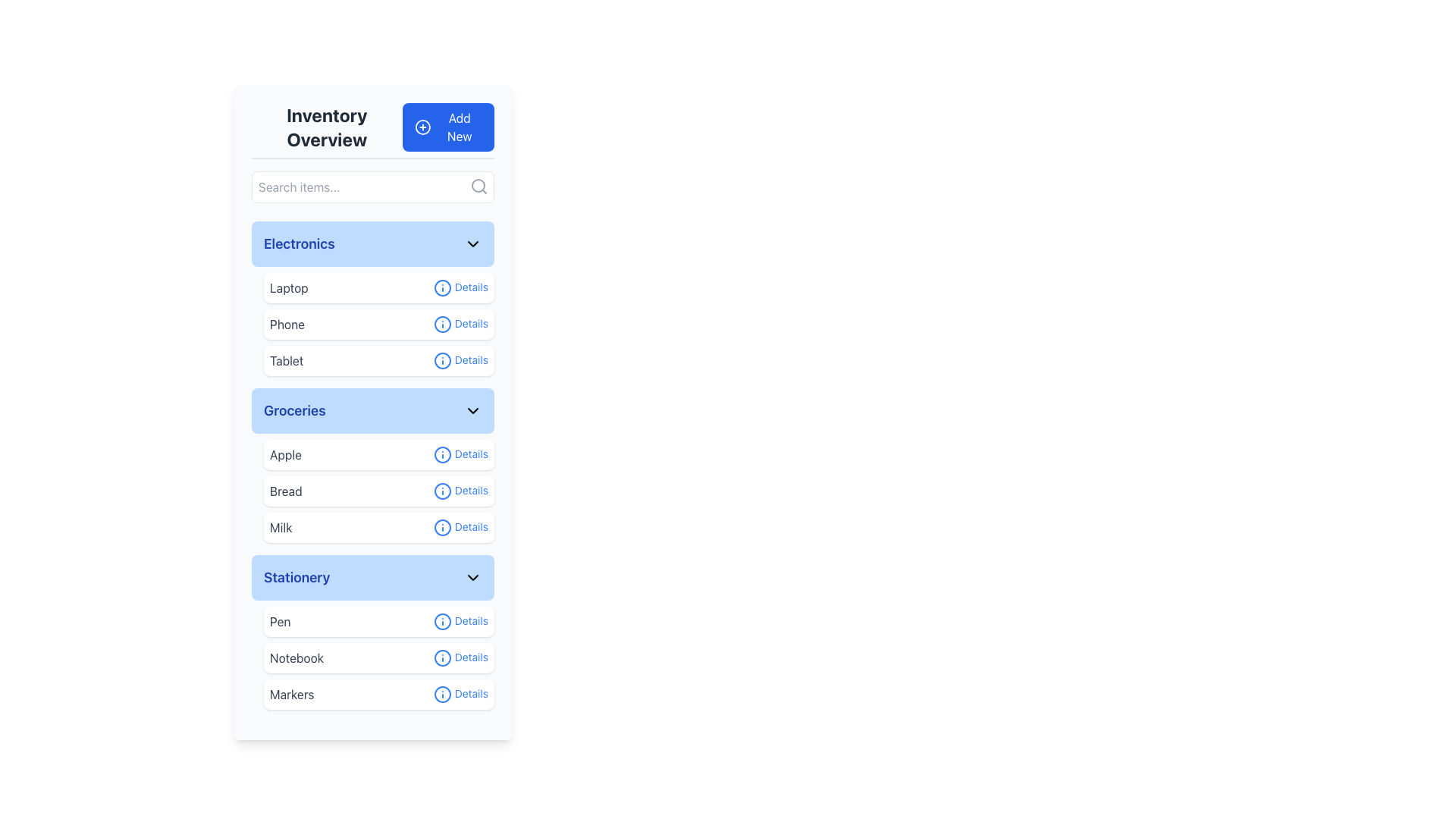 The width and height of the screenshot is (1456, 819). Describe the element at coordinates (378, 324) in the screenshot. I see `the second item in the vertically-stacked list under the 'Electronics' group, which represents a grouped item for 'Phone'` at that location.